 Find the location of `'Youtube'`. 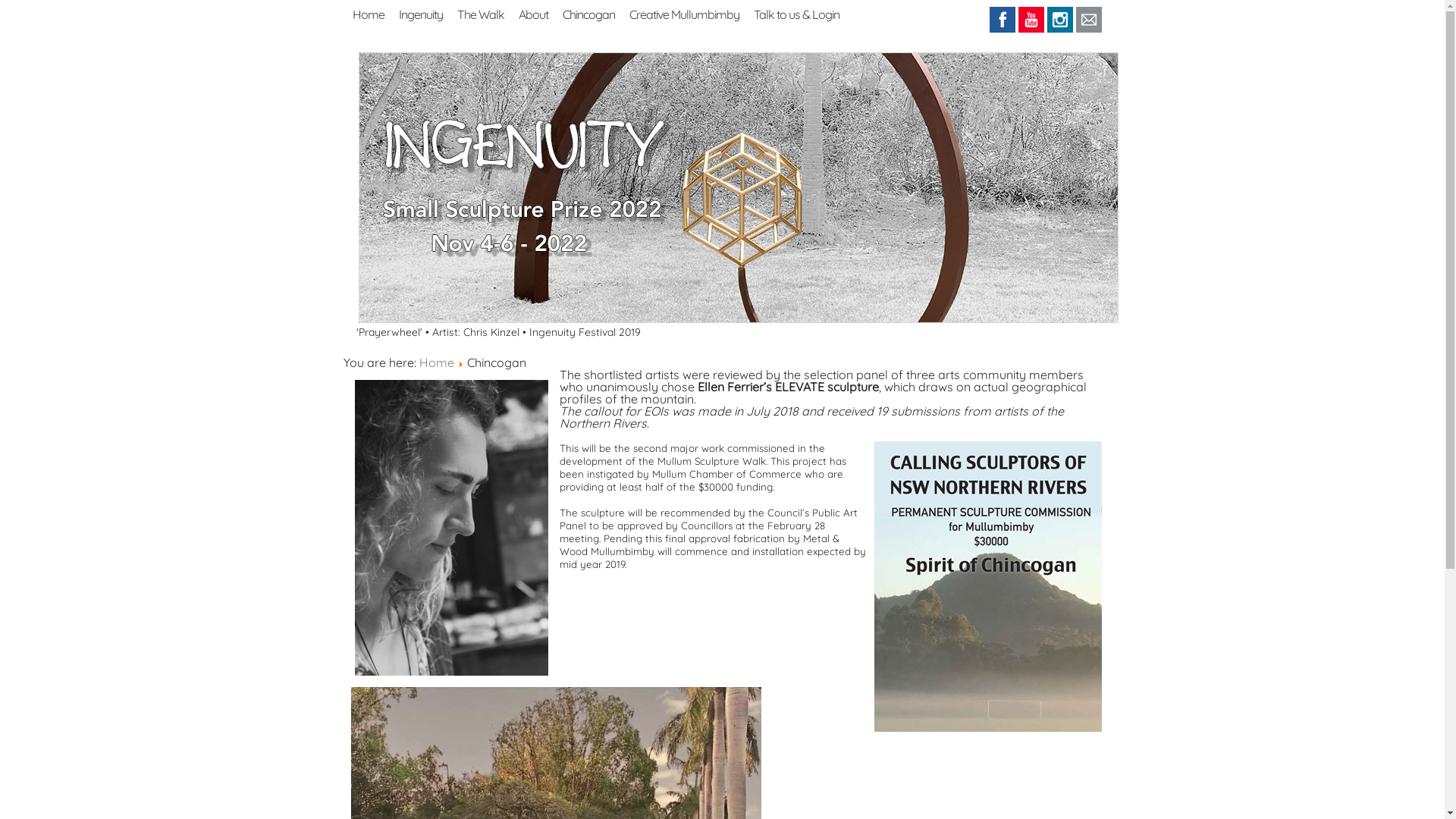

'Youtube' is located at coordinates (1022, 20).